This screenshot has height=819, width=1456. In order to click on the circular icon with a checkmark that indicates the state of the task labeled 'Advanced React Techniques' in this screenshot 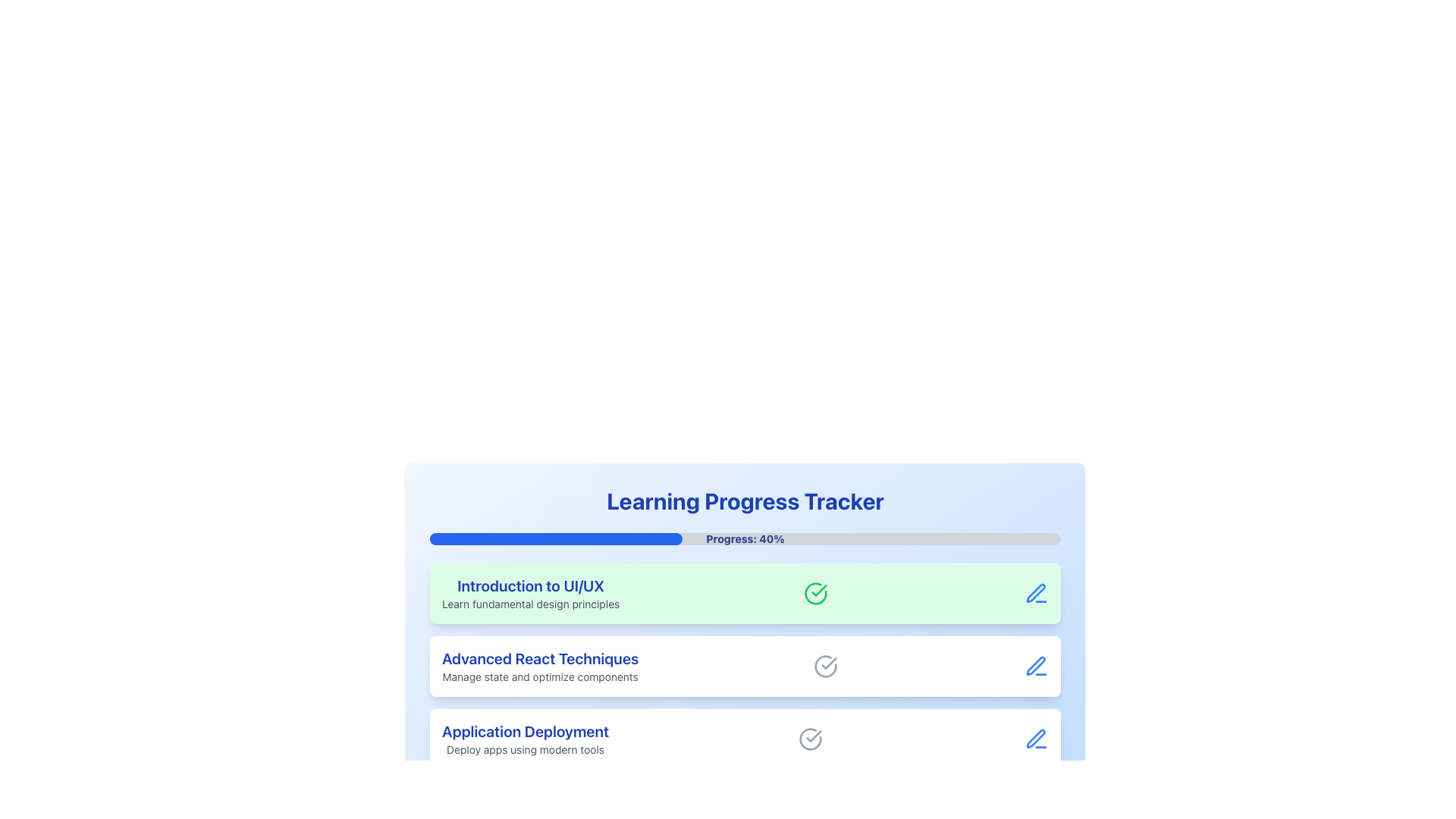, I will do `click(824, 666)`.